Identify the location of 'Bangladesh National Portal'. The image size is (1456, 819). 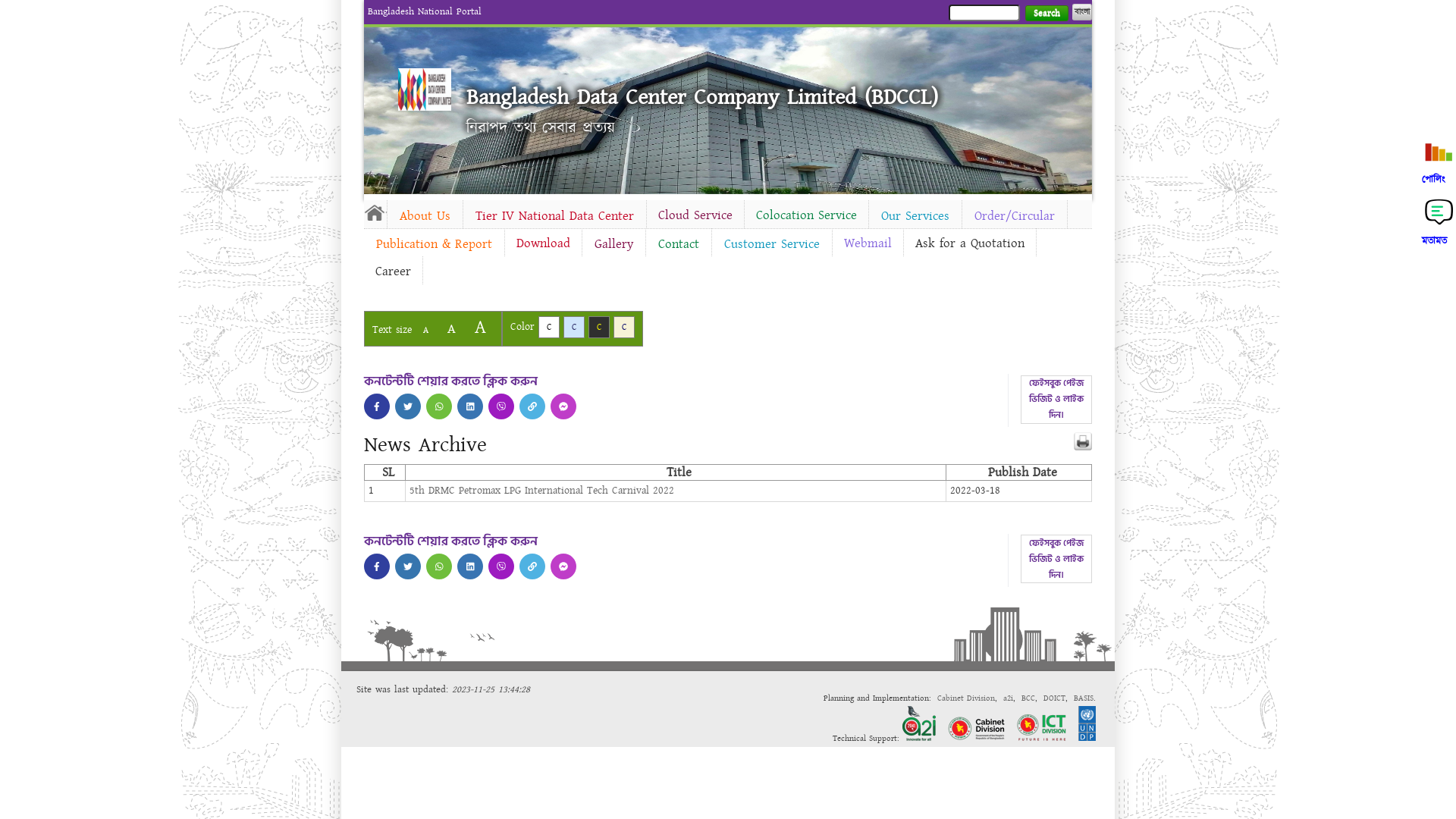
(425, 11).